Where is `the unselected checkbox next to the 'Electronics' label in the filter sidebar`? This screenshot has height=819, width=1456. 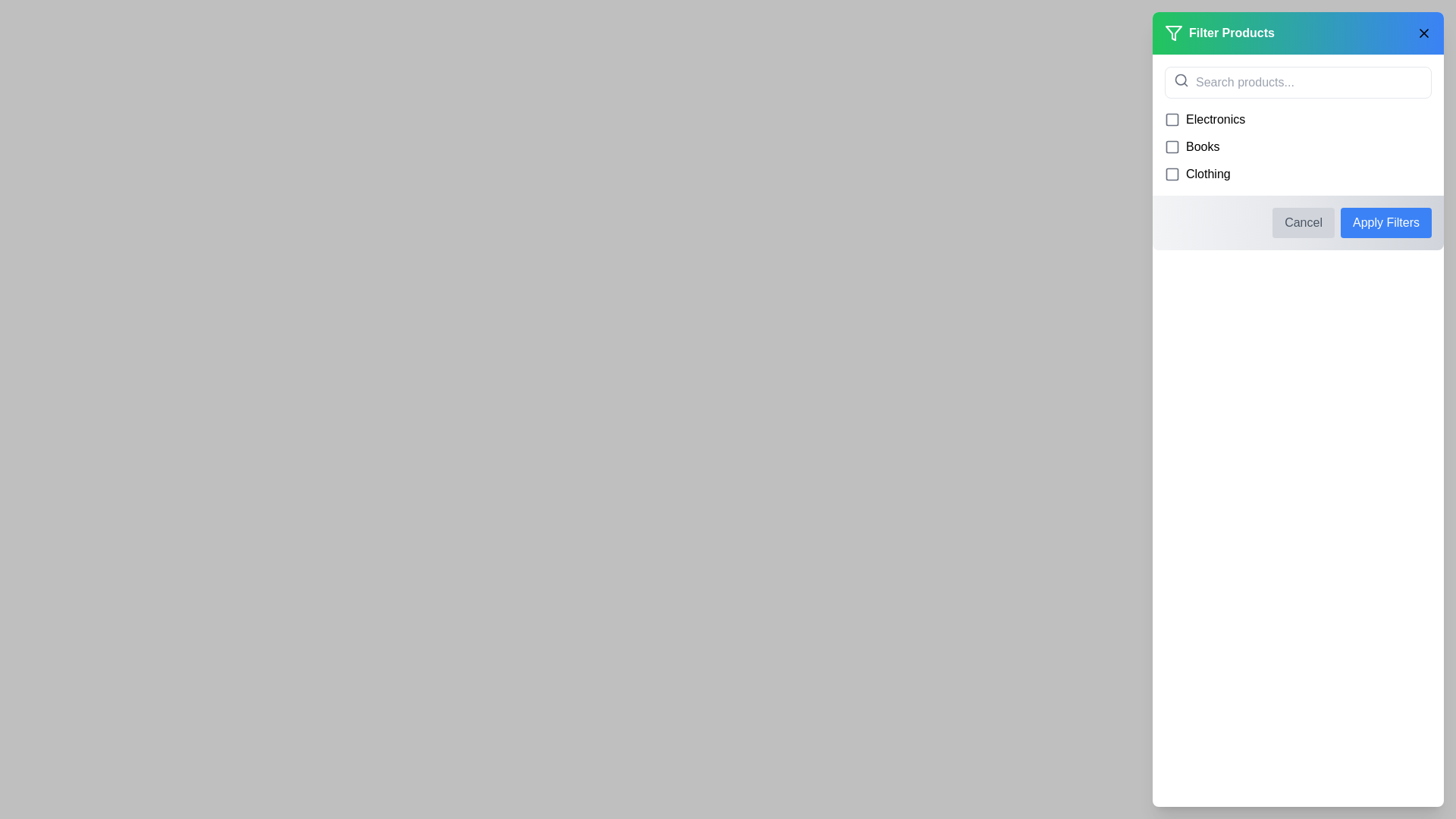
the unselected checkbox next to the 'Electronics' label in the filter sidebar is located at coordinates (1171, 119).